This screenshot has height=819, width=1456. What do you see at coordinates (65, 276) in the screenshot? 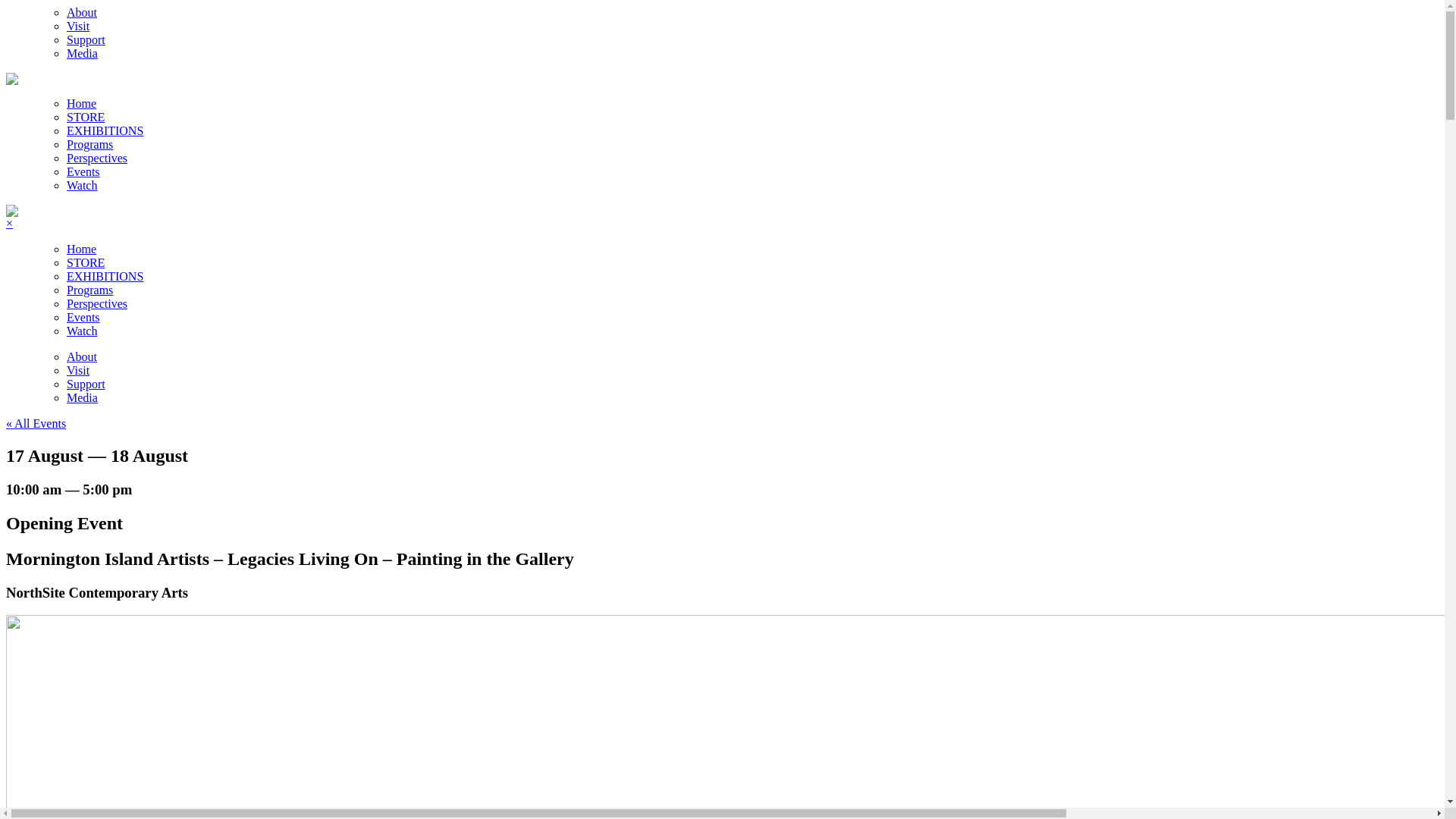
I see `'EXHIBITIONS'` at bounding box center [65, 276].